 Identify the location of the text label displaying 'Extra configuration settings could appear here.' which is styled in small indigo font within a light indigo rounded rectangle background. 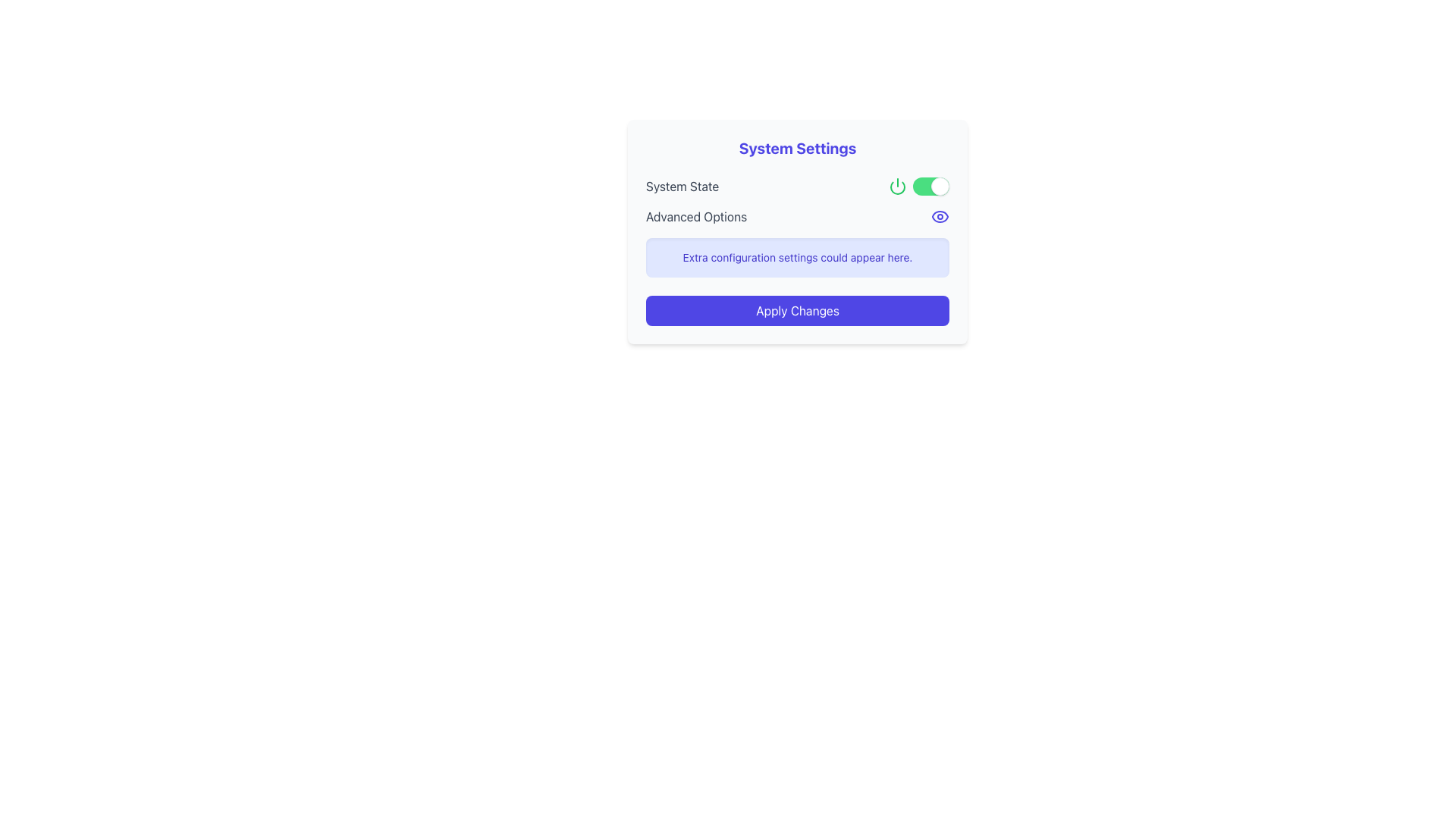
(796, 256).